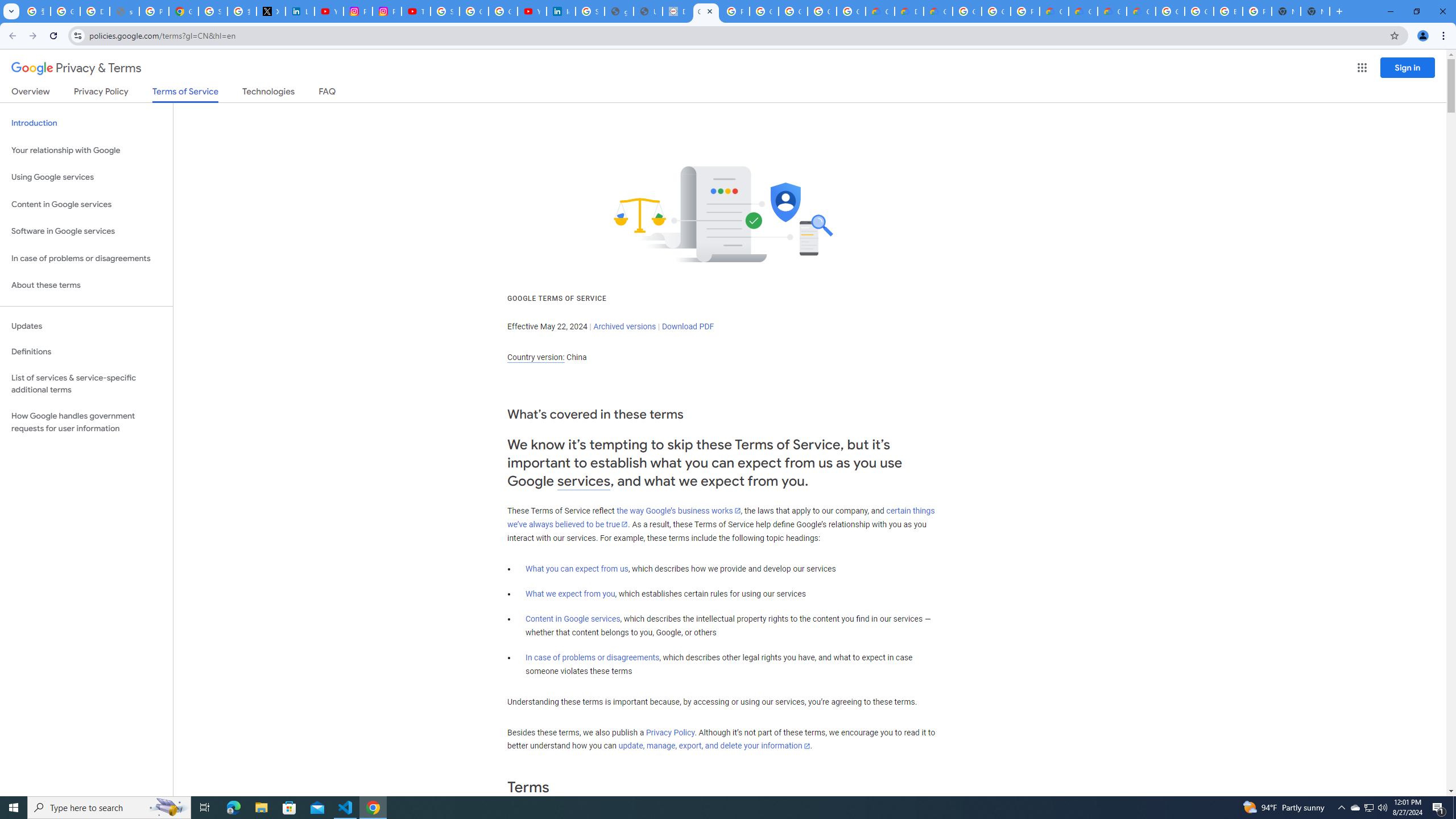 This screenshot has width=1456, height=819. Describe the element at coordinates (213, 11) in the screenshot. I see `'Sign in - Google Accounts'` at that location.